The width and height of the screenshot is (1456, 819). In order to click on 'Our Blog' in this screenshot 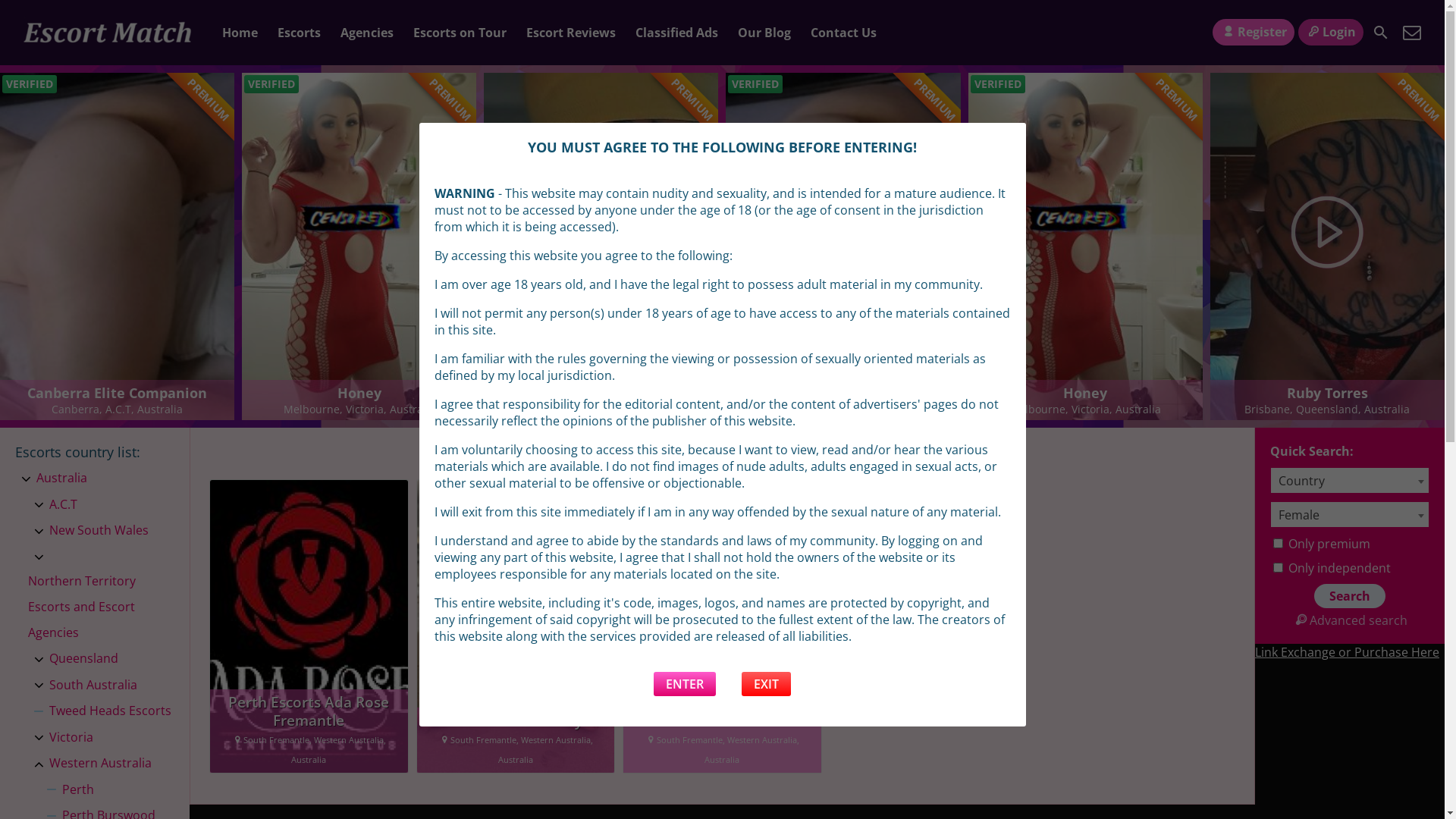, I will do `click(764, 33)`.